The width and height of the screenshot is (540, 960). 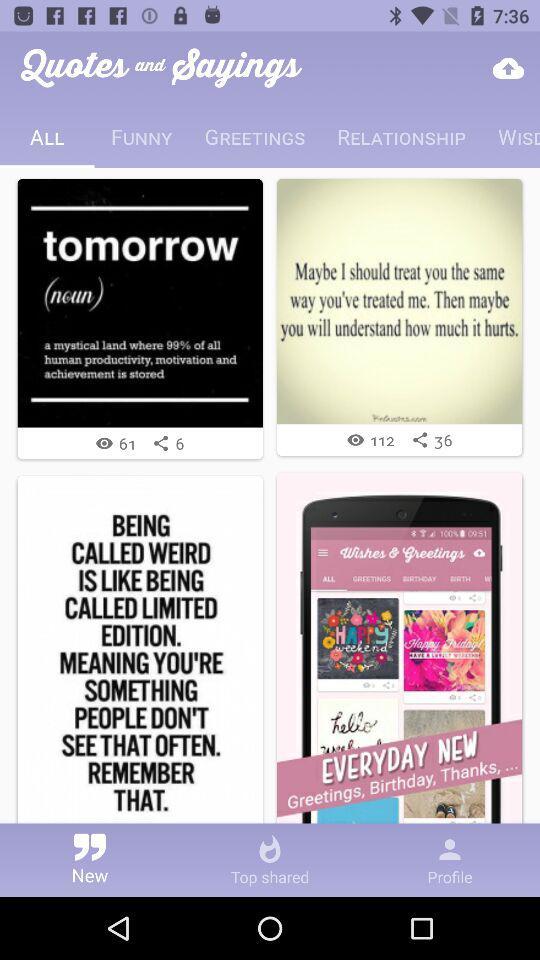 What do you see at coordinates (139, 303) in the screenshot?
I see `the first image` at bounding box center [139, 303].